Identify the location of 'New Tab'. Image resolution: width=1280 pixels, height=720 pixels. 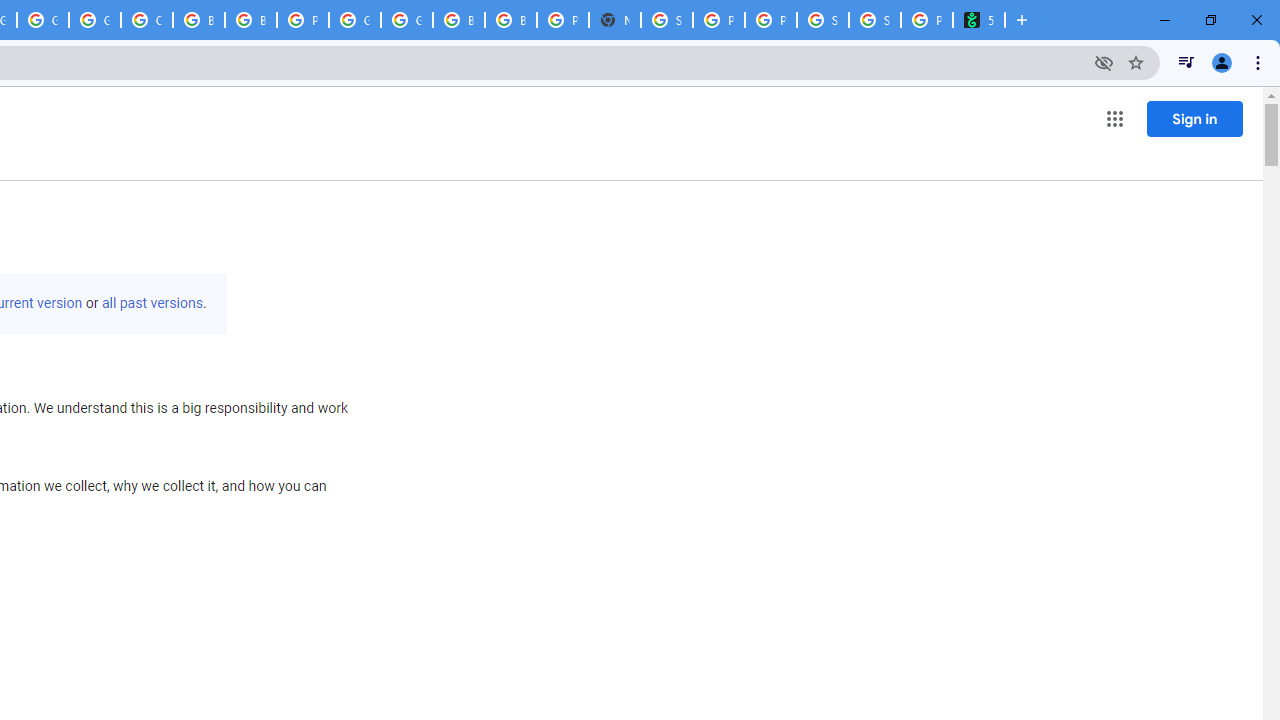
(614, 20).